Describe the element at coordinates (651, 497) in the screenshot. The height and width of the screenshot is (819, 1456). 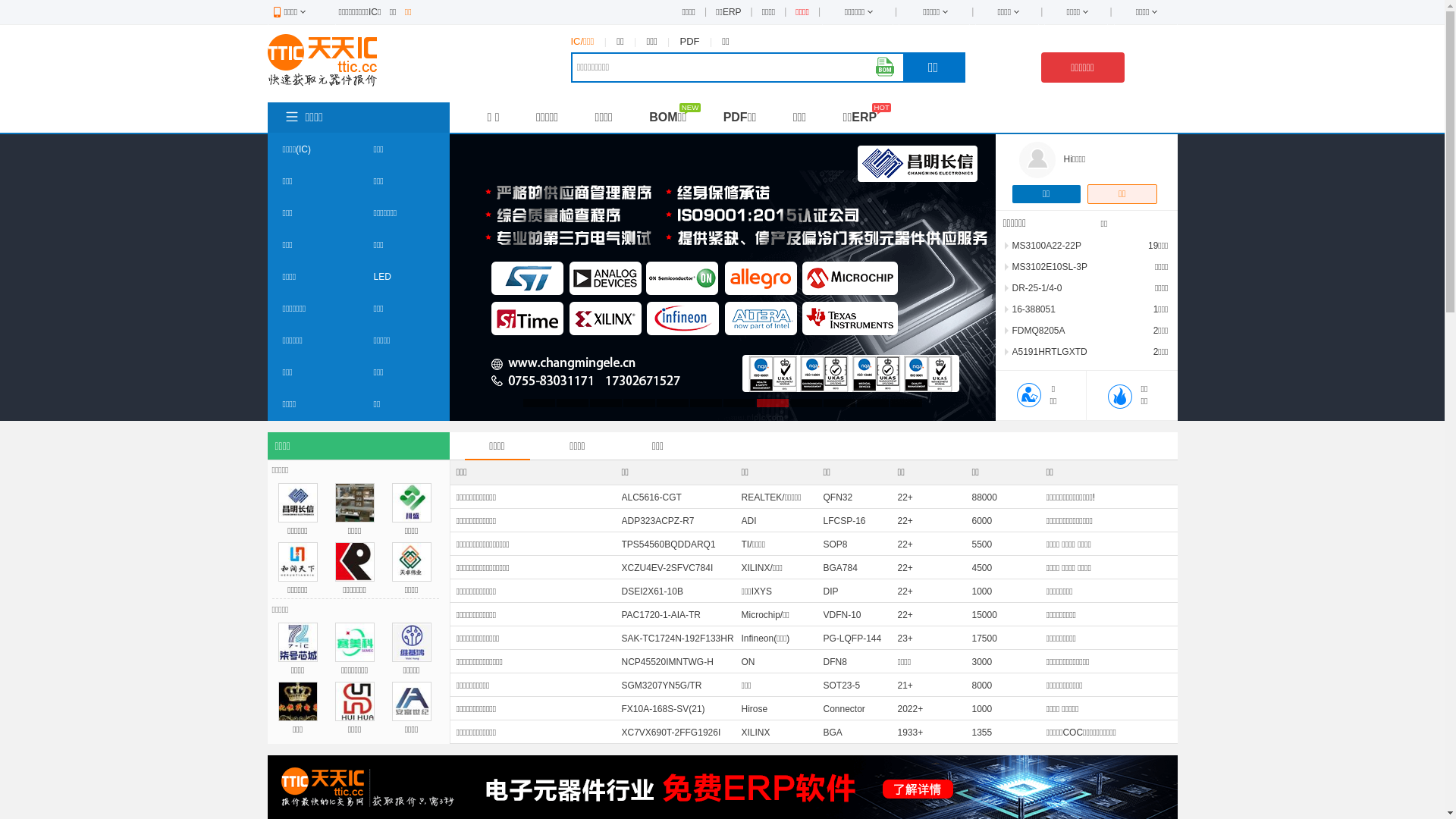
I see `'ALC5616-CGT'` at that location.